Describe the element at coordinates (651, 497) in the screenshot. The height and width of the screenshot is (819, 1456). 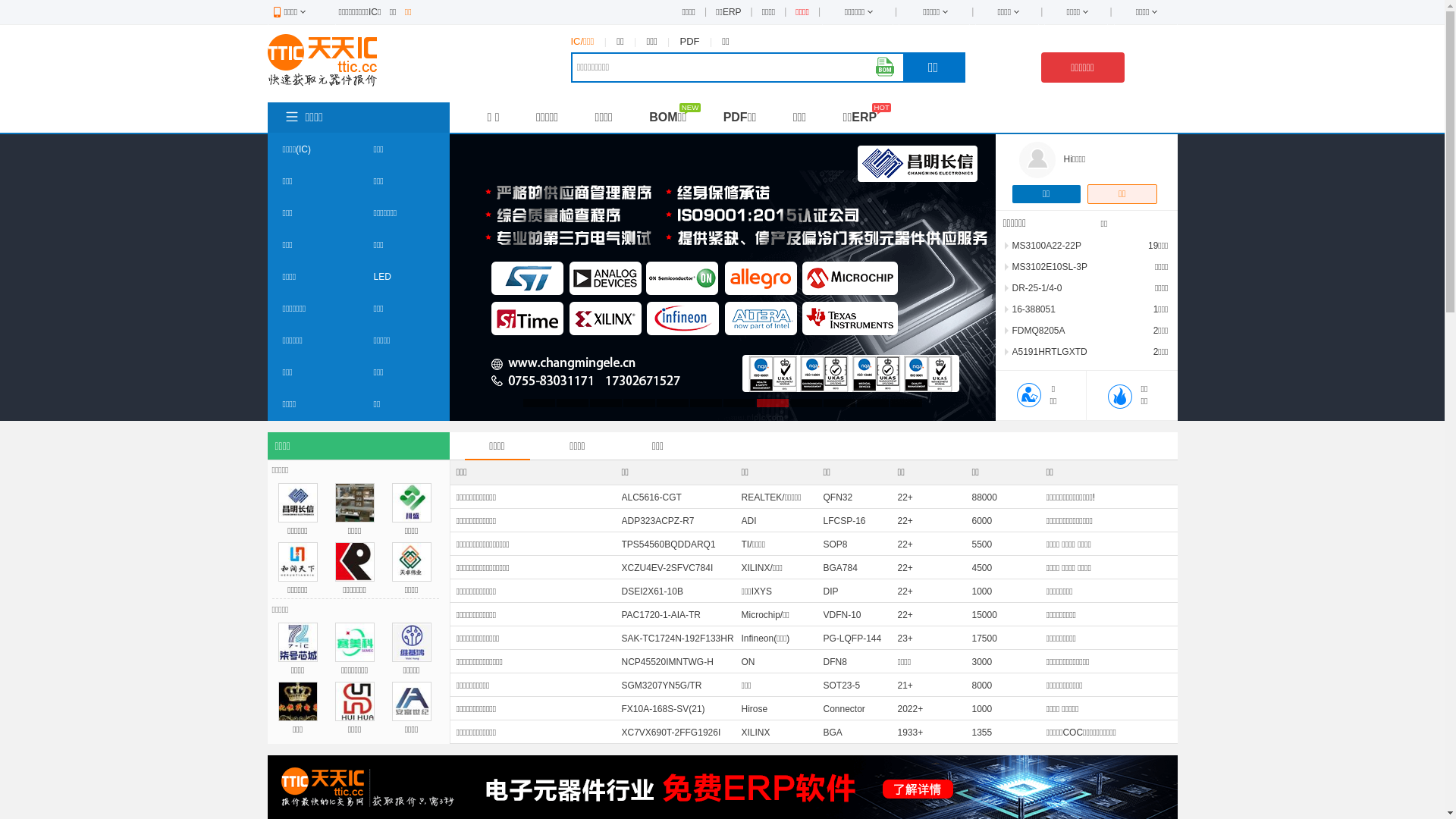
I see `'ALC5616-CGT'` at that location.